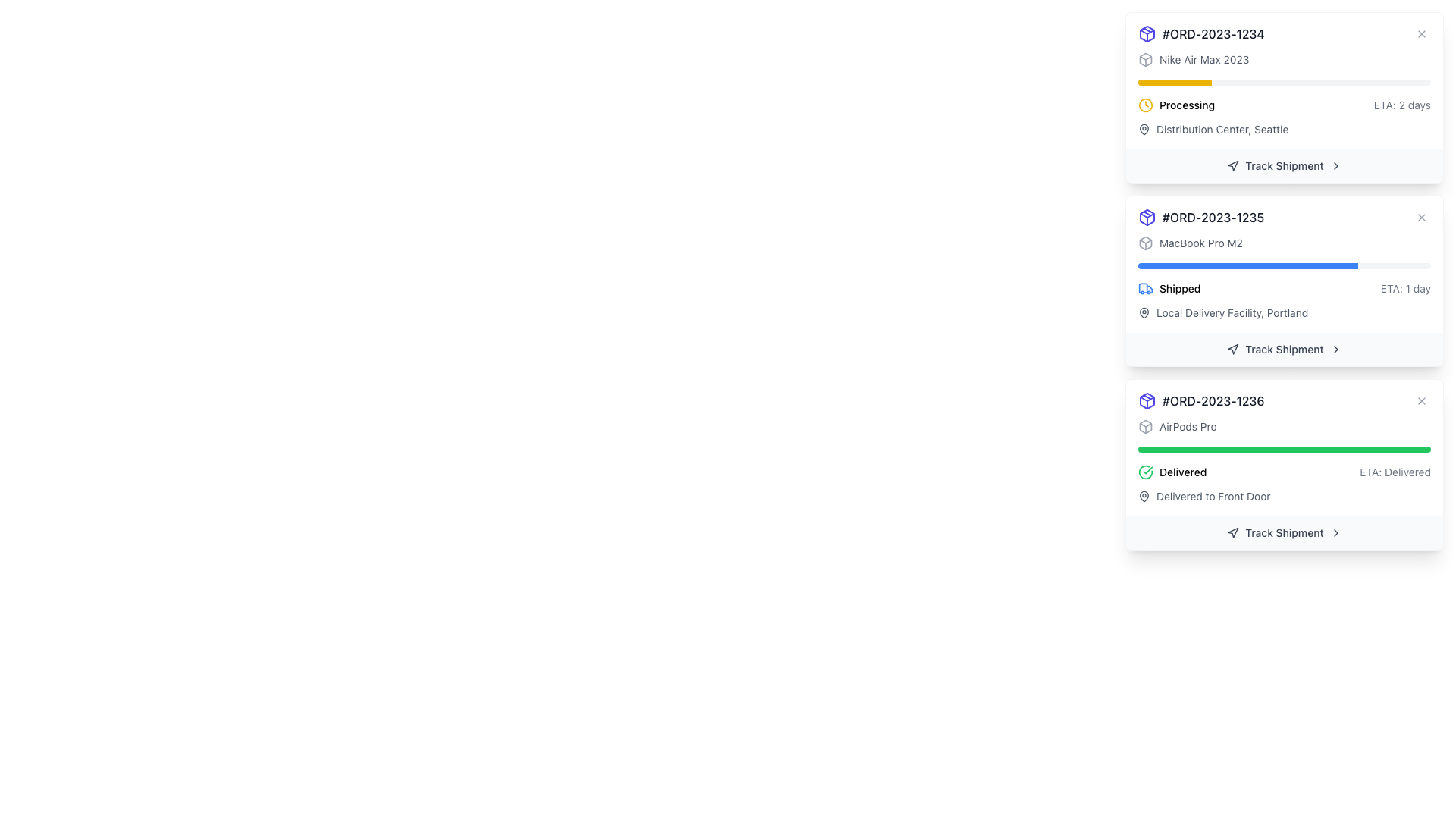 This screenshot has height=819, width=1456. Describe the element at coordinates (1284, 82) in the screenshot. I see `the progress bar that represents the order processing status for the order ID '#ORD-2023-1234' titled 'Nike Air Max 2023'` at that location.